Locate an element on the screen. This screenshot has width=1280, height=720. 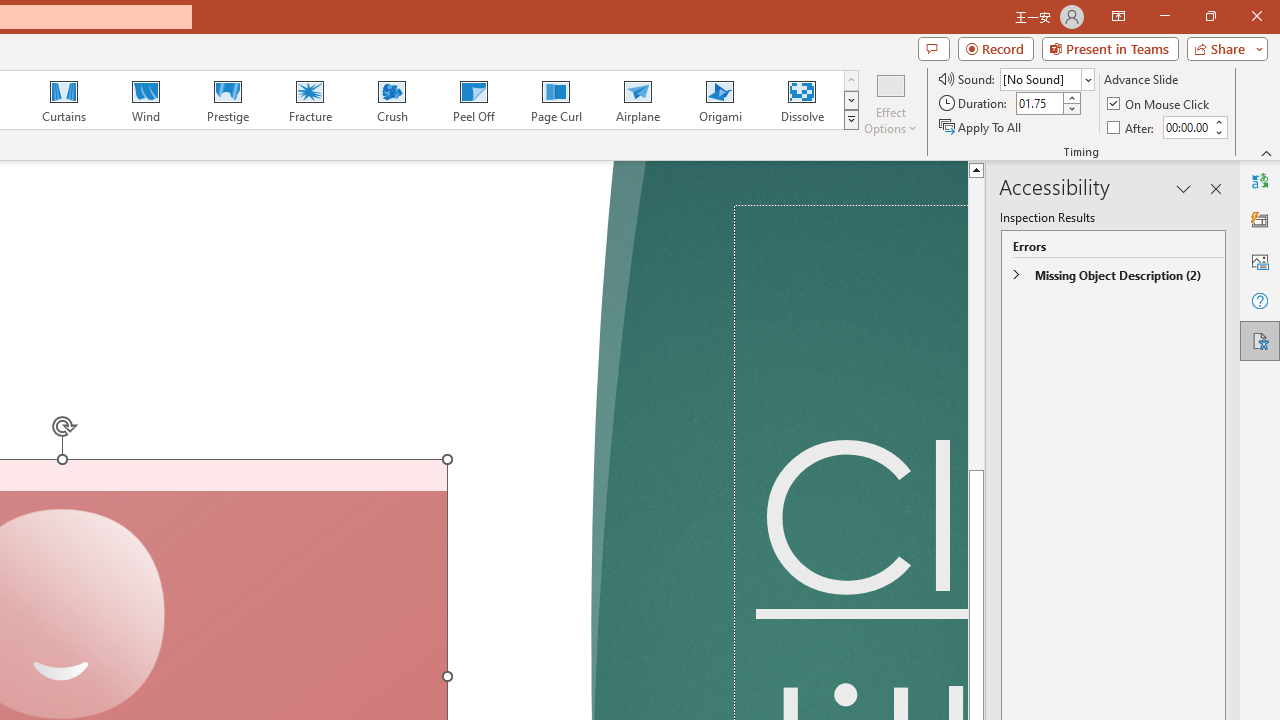
'Page Curl' is located at coordinates (555, 100).